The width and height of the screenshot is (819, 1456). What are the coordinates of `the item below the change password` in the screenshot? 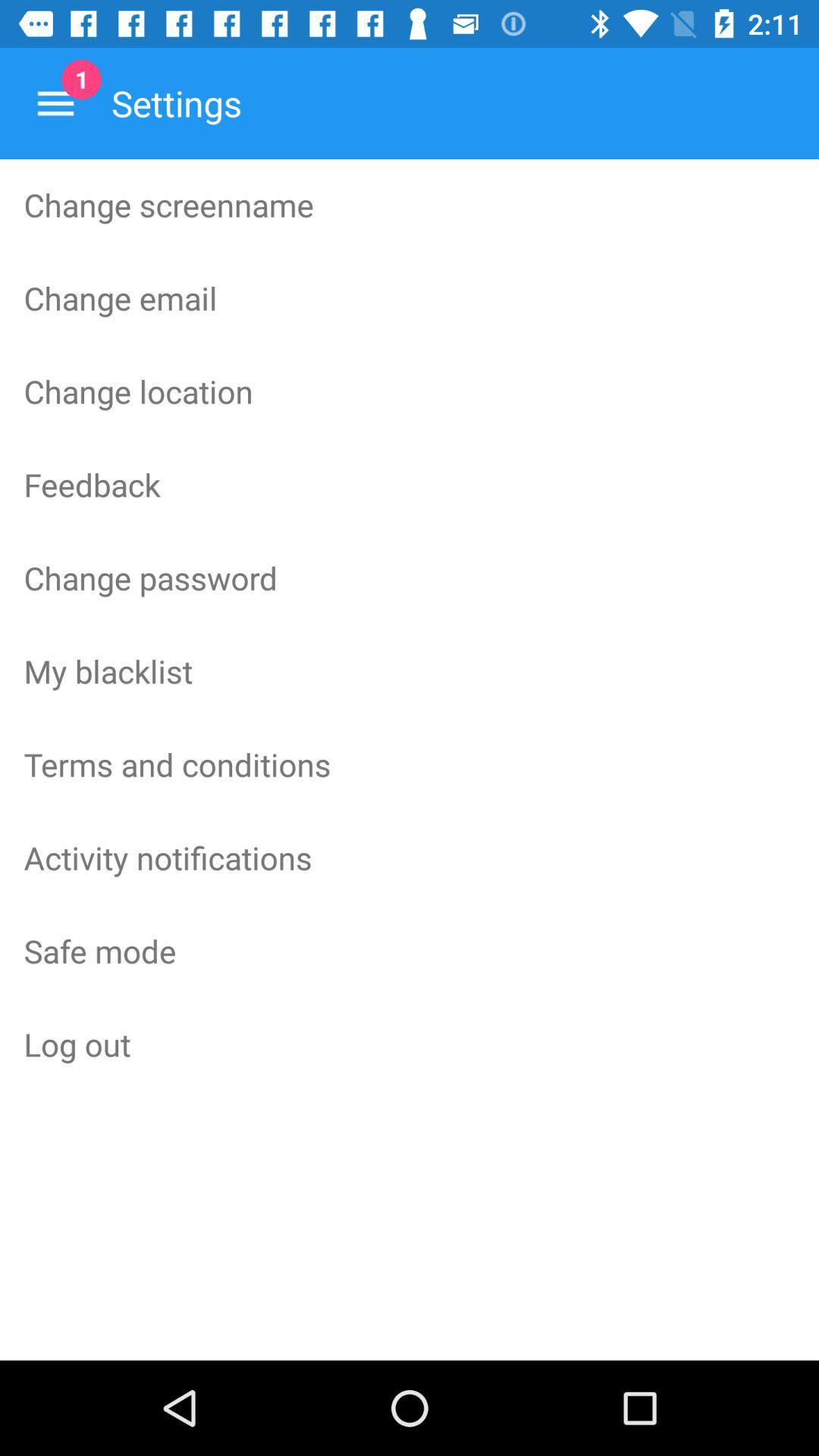 It's located at (409, 670).